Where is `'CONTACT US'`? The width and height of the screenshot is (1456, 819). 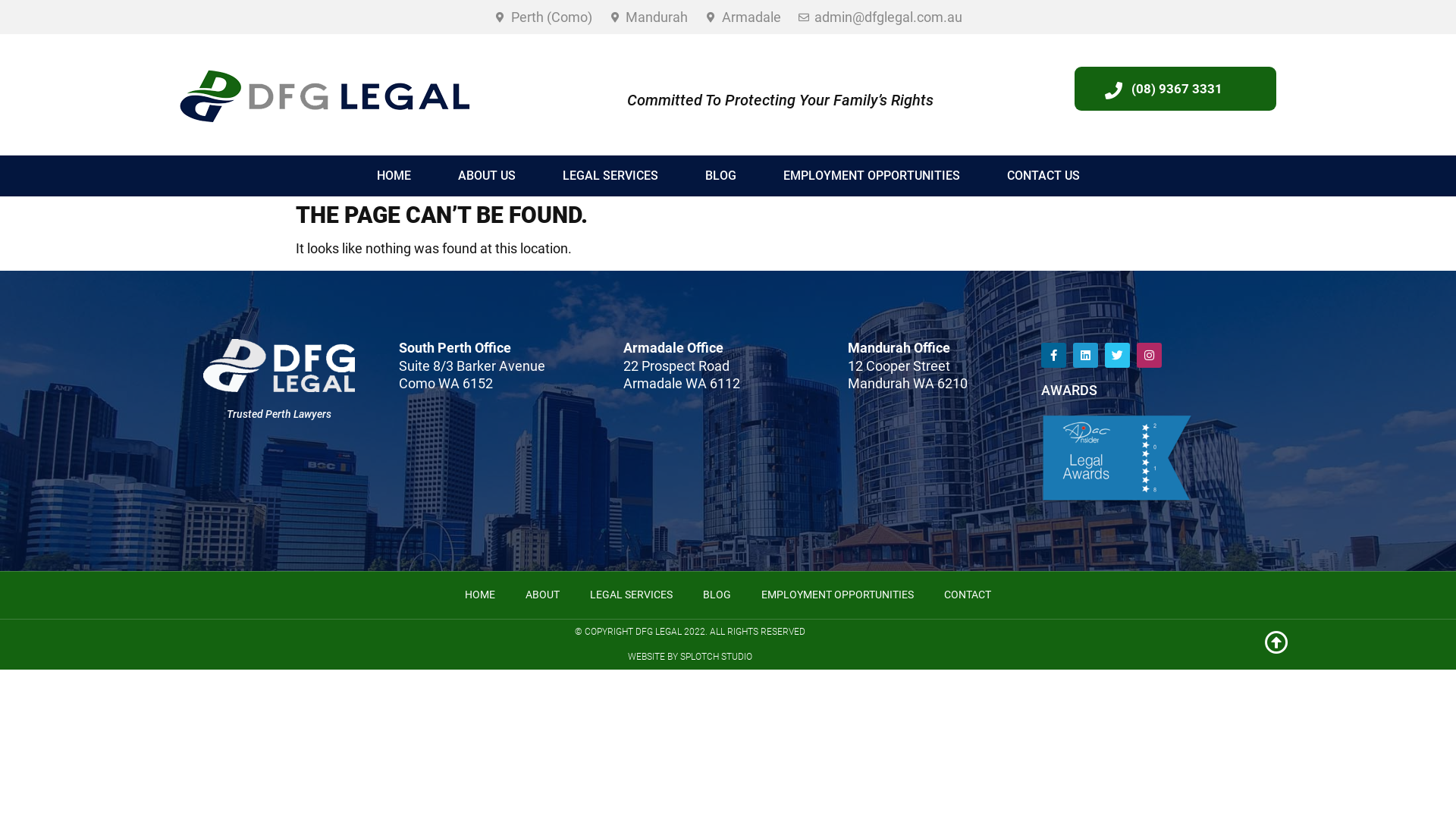
'CONTACT US' is located at coordinates (1041, 174).